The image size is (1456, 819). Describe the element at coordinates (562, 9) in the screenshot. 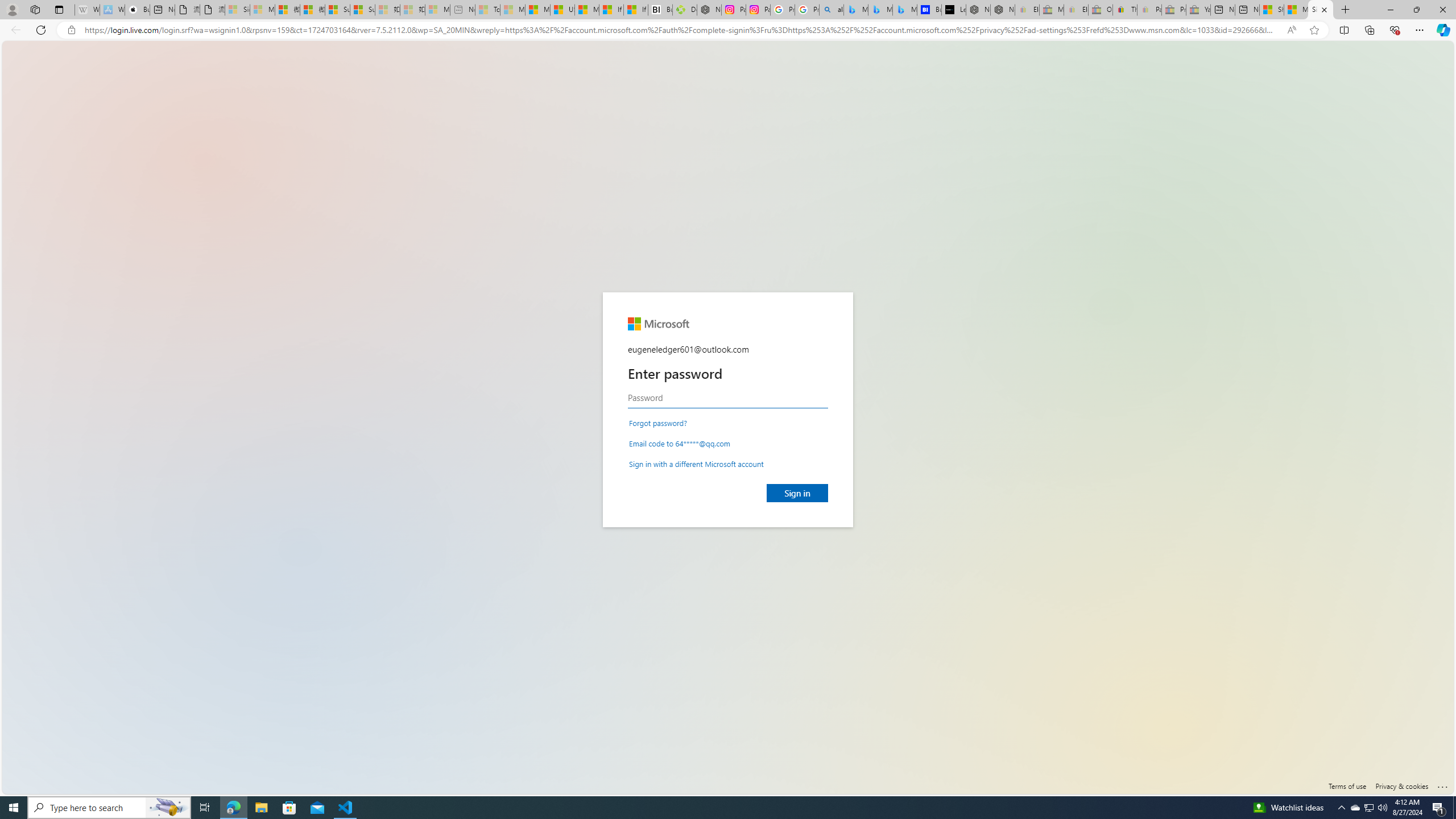

I see `'US Heat Deaths Soared To Record High Last Year'` at that location.